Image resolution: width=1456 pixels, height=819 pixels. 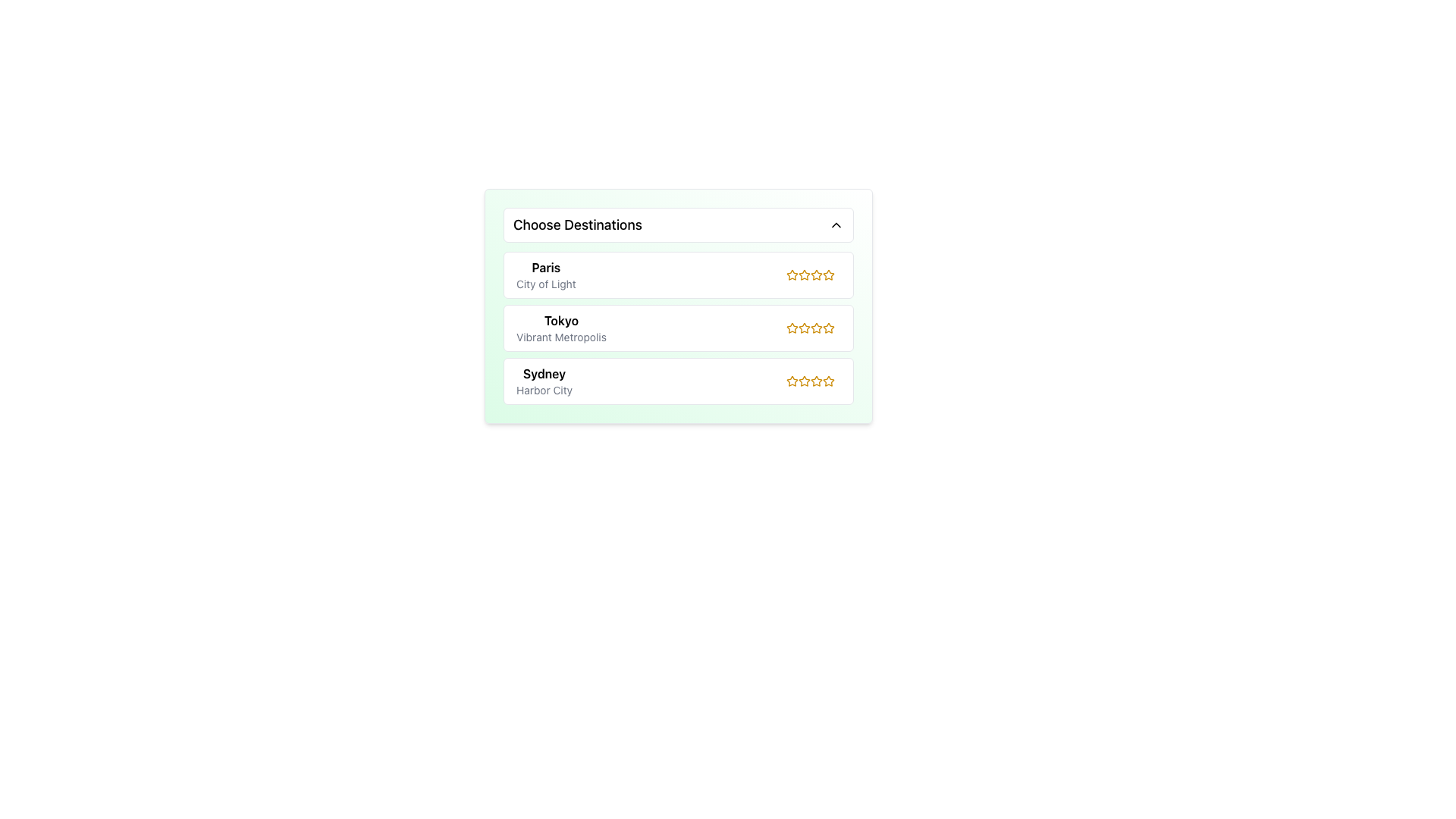 What do you see at coordinates (813, 327) in the screenshot?
I see `the third star of the rating indicator for 'Tokyo'` at bounding box center [813, 327].